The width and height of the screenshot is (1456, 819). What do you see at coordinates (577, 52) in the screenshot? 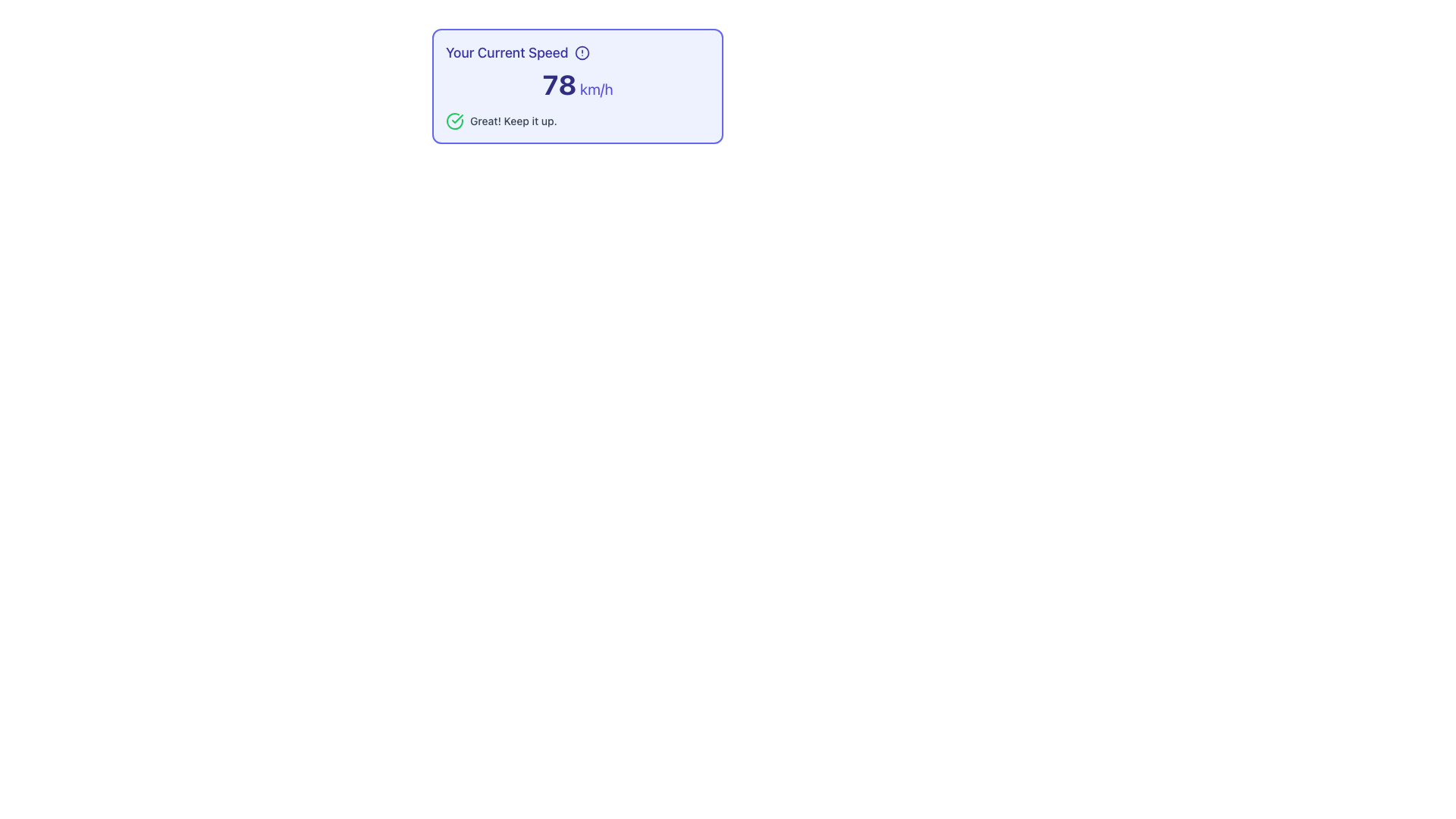
I see `the Text Label with Icon that indicates the user's current speed, positioned at the top of the bordered card-like box` at bounding box center [577, 52].